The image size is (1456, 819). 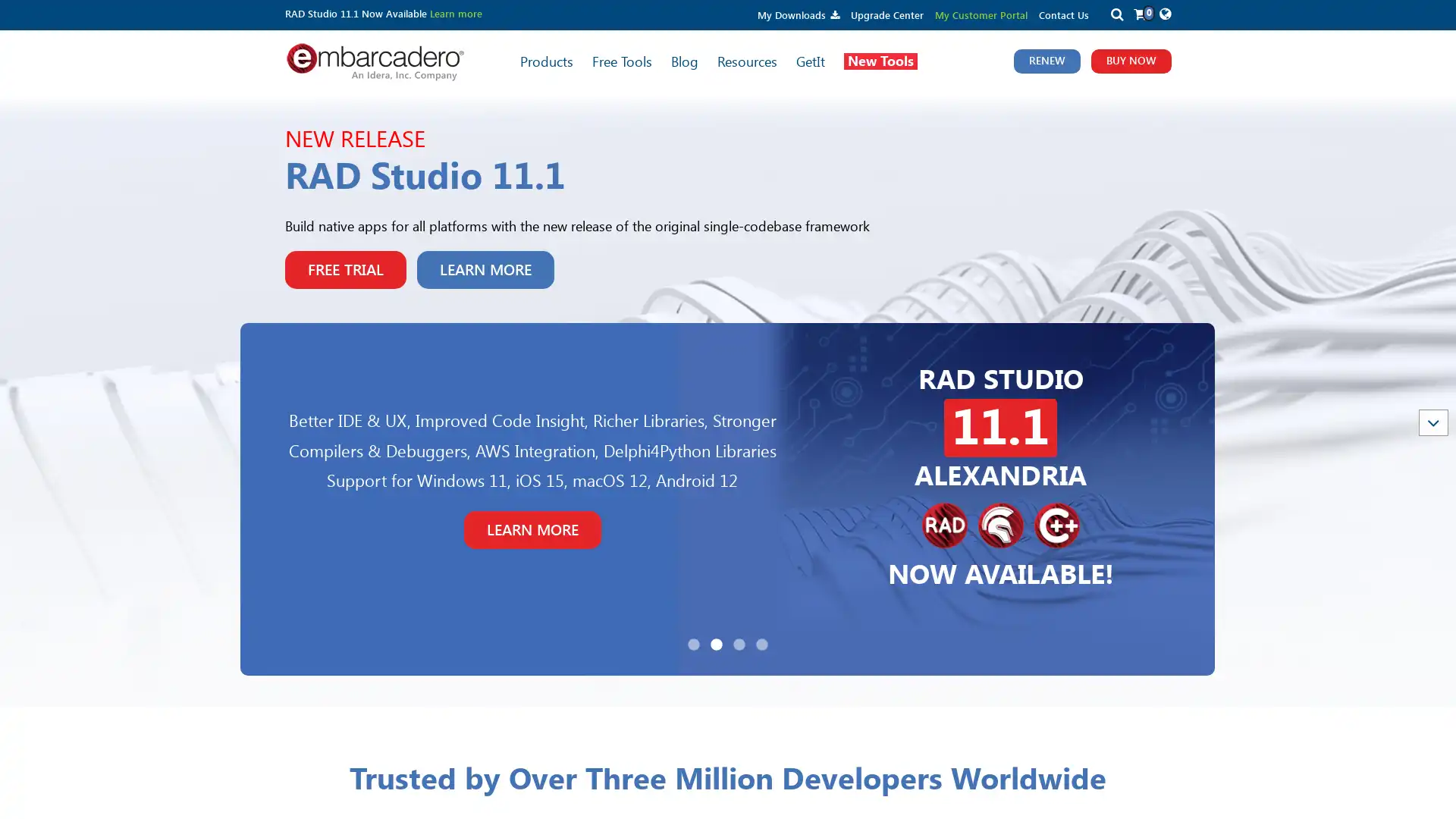 I want to click on 1, so click(x=693, y=644).